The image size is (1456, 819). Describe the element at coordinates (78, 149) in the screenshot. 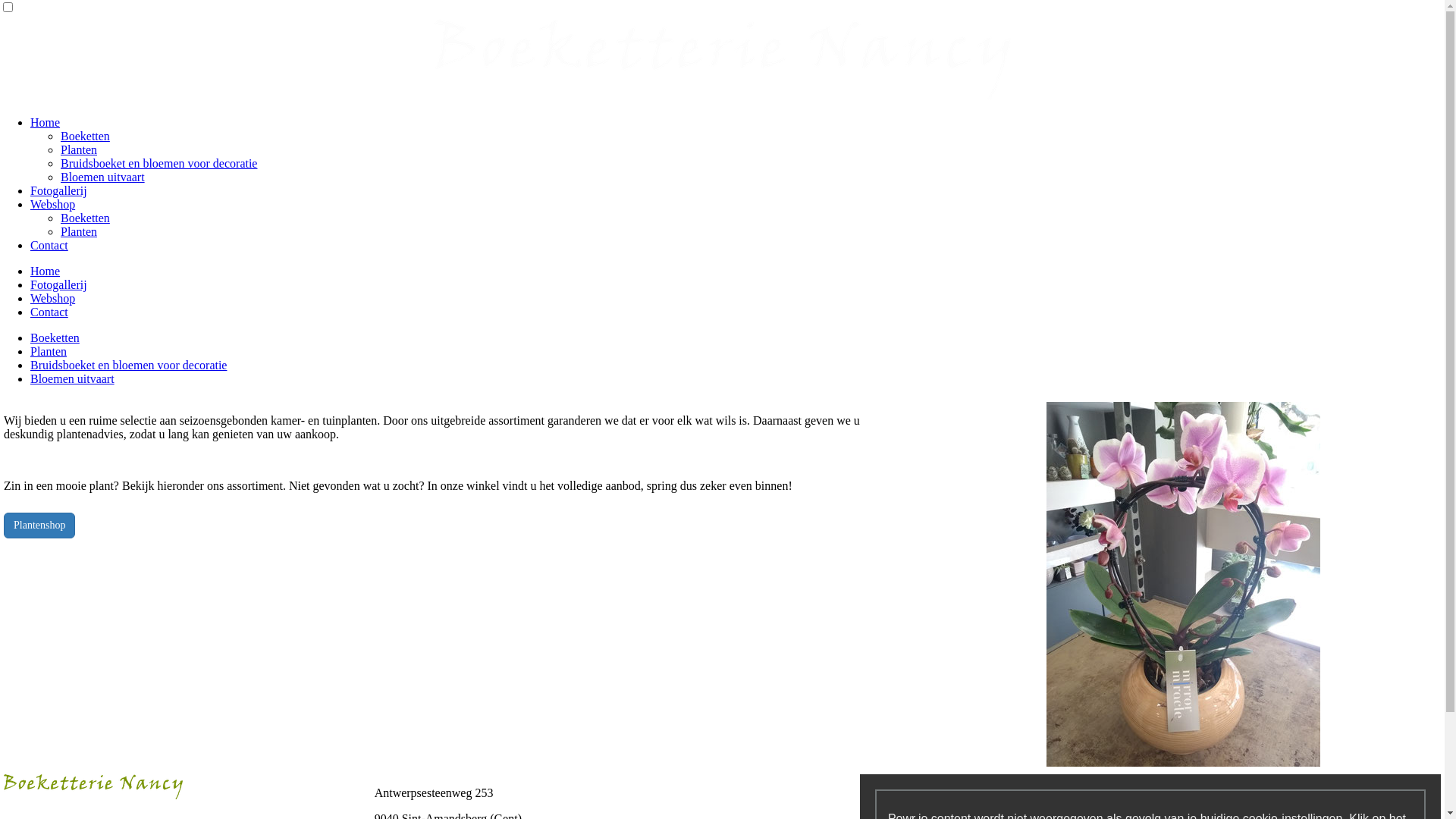

I see `'Planten'` at that location.